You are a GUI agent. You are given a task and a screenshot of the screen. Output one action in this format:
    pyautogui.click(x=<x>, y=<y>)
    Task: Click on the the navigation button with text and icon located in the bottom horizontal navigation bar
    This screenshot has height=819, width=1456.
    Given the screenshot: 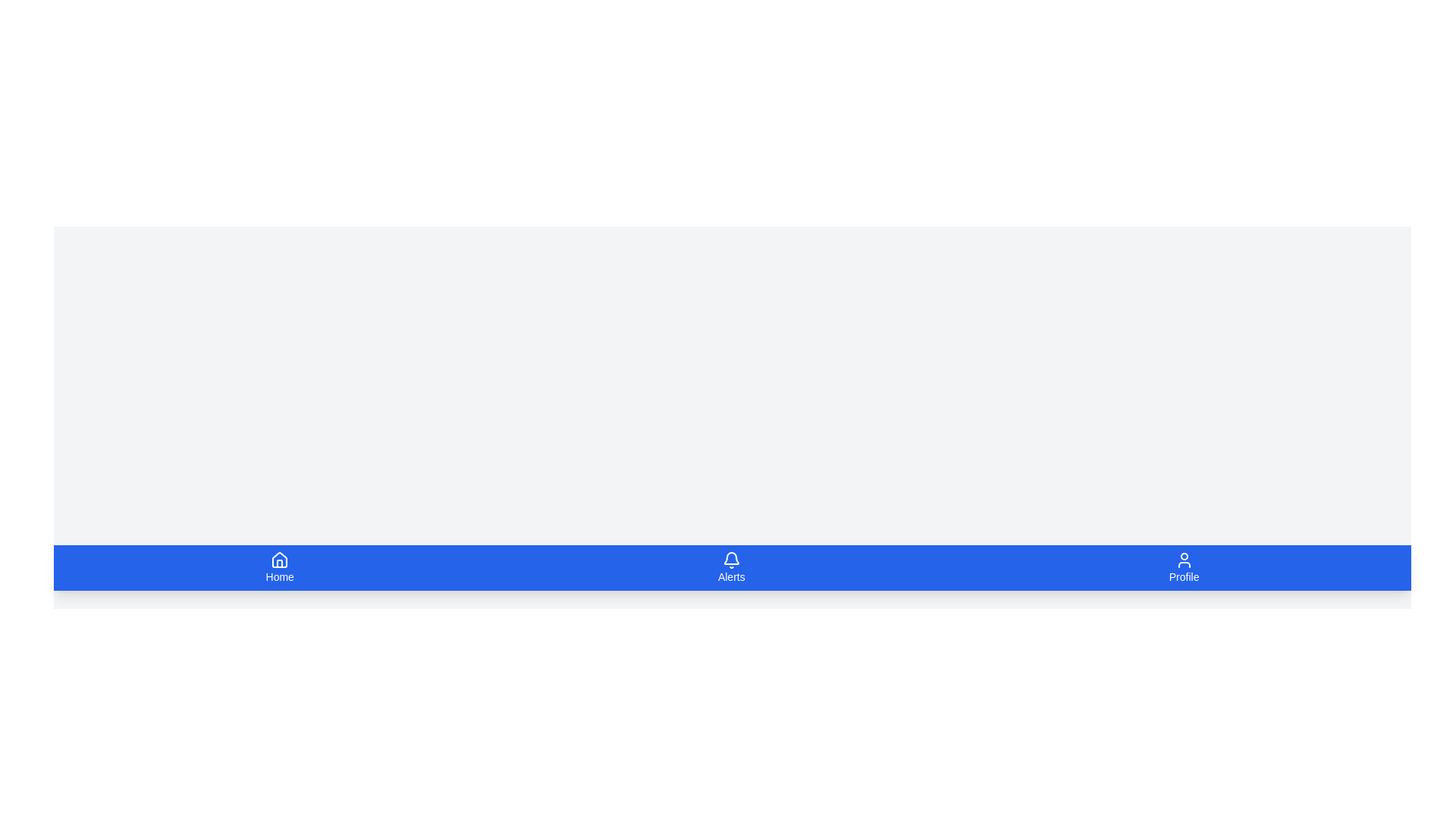 What is the action you would take?
    pyautogui.click(x=731, y=567)
    